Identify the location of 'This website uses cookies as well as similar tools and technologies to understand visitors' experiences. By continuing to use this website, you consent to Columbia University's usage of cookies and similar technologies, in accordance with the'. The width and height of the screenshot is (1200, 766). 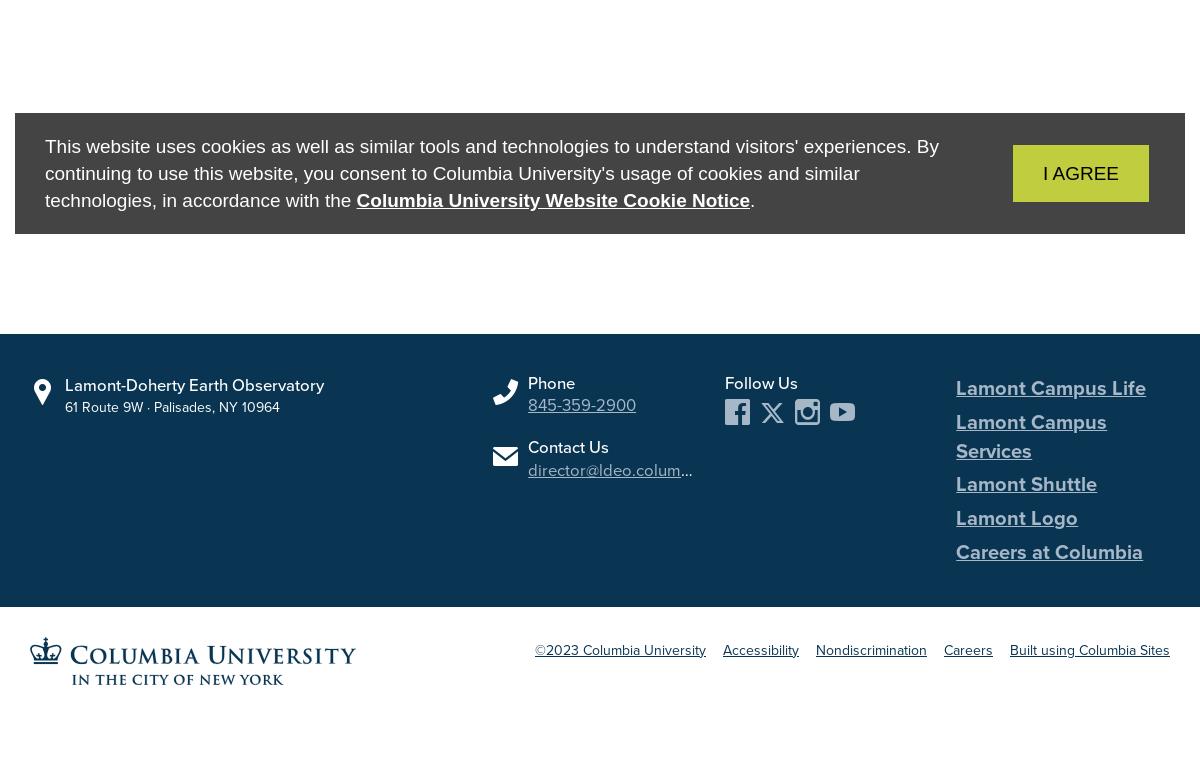
(490, 171).